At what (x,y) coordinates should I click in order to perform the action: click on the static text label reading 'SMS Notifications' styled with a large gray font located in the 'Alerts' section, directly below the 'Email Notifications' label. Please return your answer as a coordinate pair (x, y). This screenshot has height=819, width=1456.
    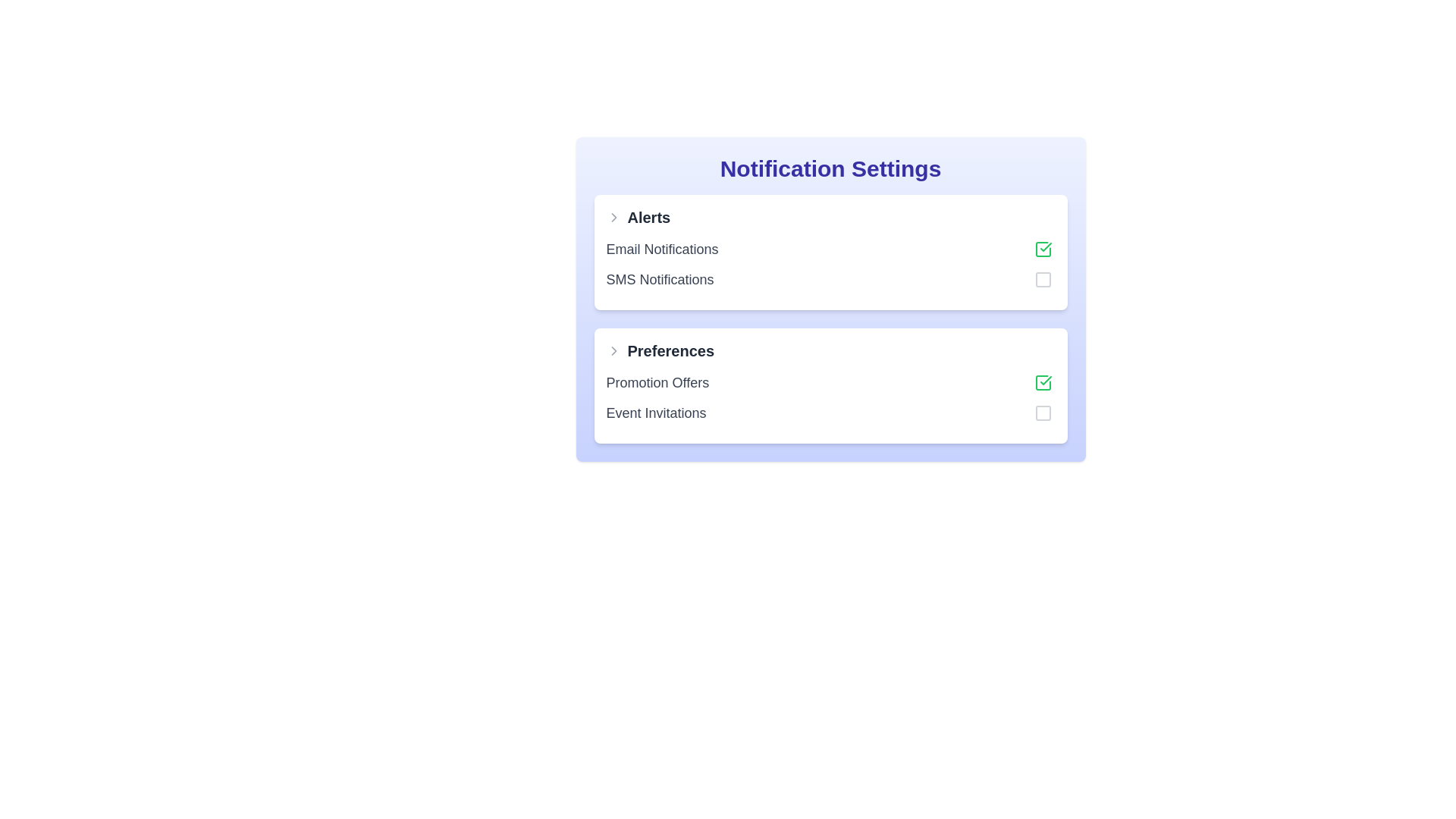
    Looking at the image, I should click on (660, 280).